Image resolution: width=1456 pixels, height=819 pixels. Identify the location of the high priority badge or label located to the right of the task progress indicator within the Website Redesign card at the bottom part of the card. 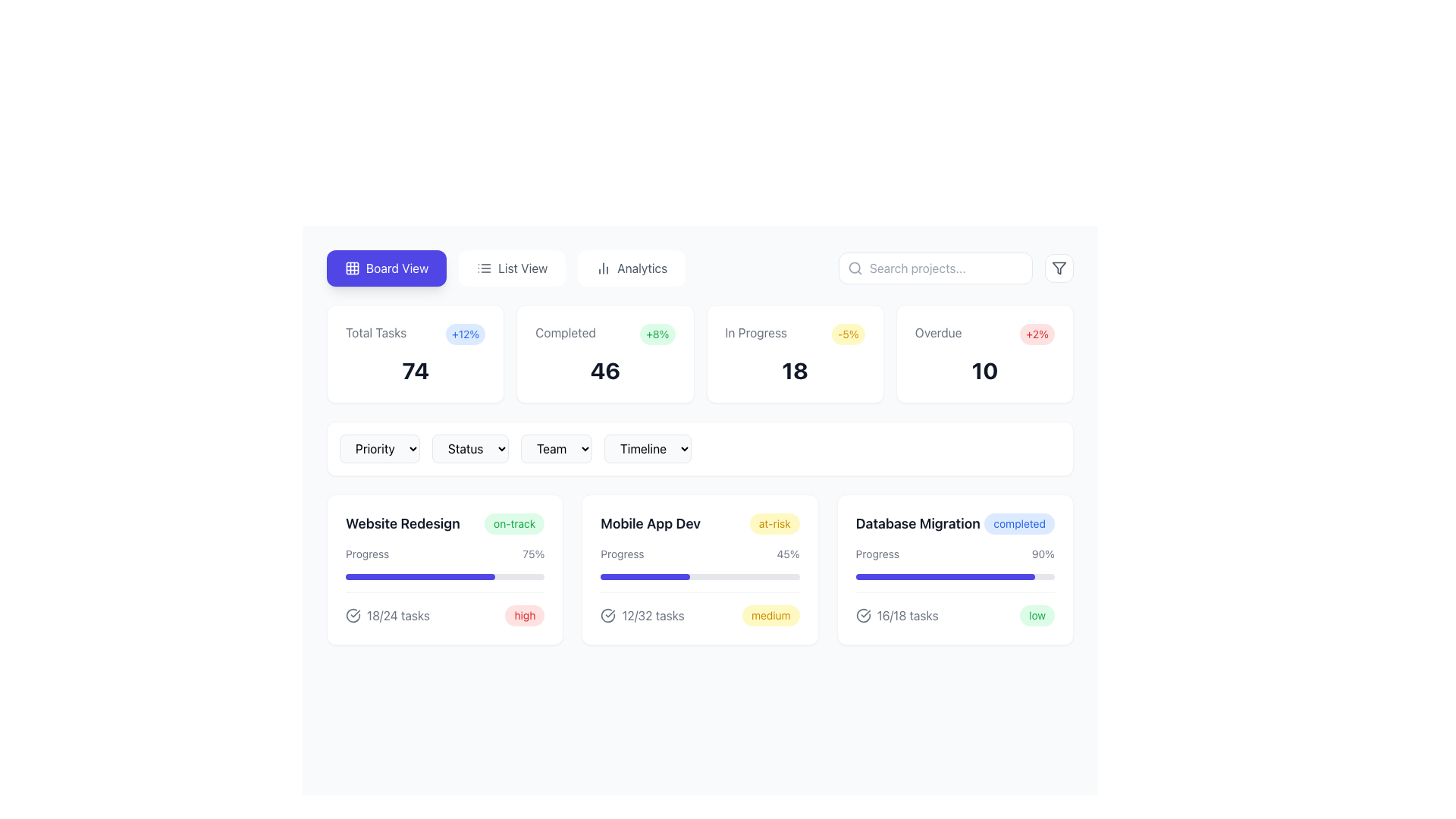
(525, 616).